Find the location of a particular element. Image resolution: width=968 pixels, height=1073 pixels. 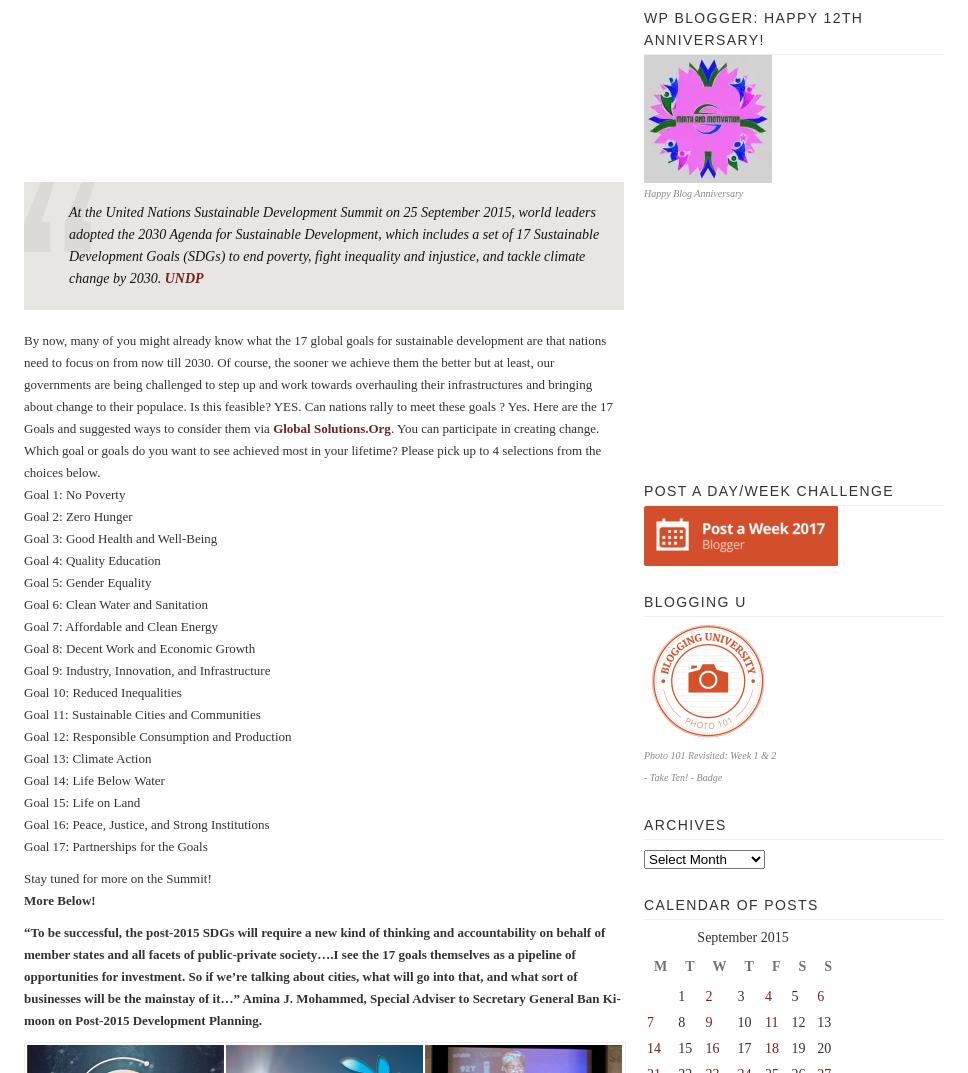

'Goal 10: Reduced Inequalities' is located at coordinates (102, 692).